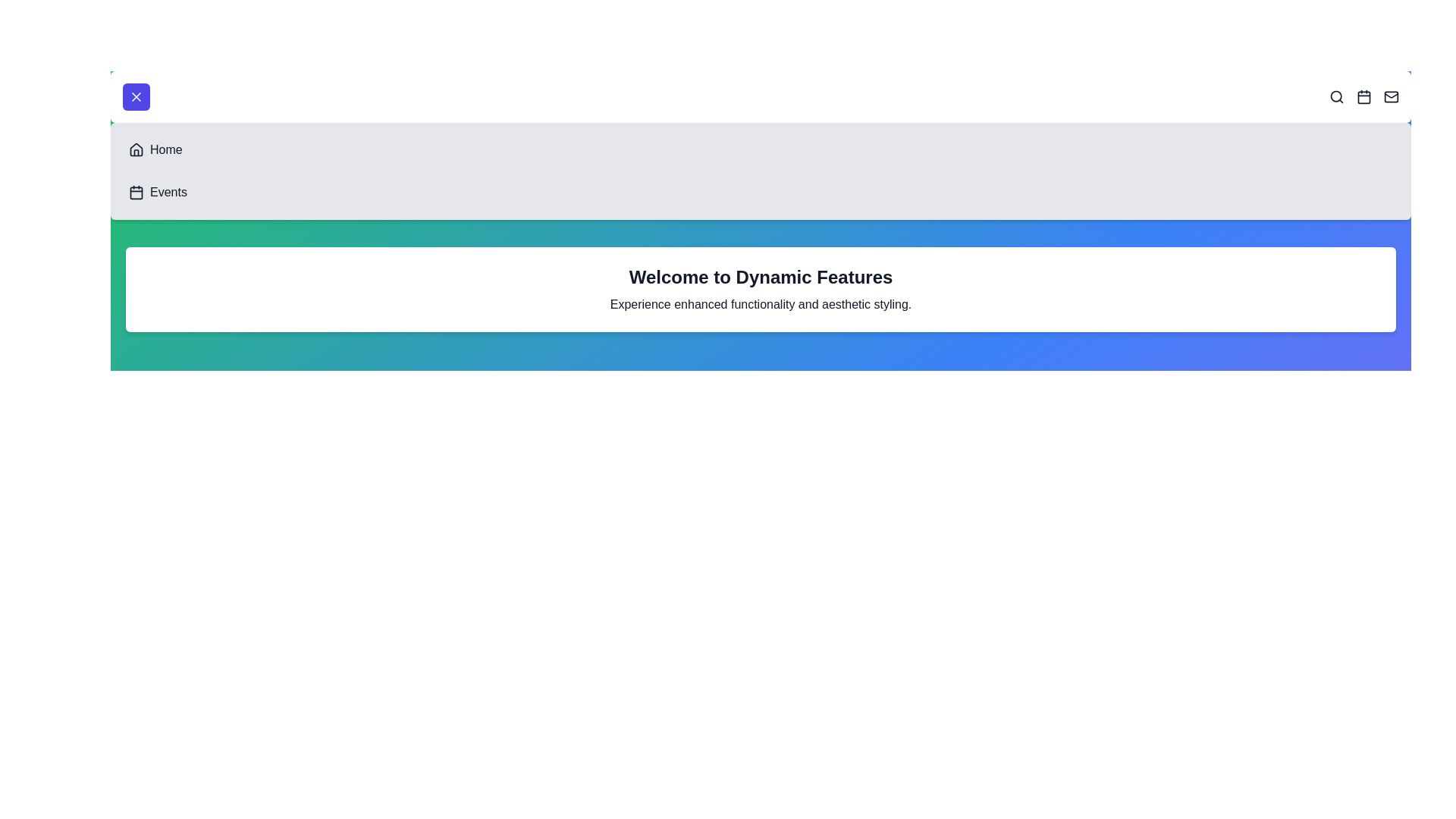 Image resolution: width=1456 pixels, height=819 pixels. Describe the element at coordinates (1336, 96) in the screenshot. I see `the Search icon in the header` at that location.